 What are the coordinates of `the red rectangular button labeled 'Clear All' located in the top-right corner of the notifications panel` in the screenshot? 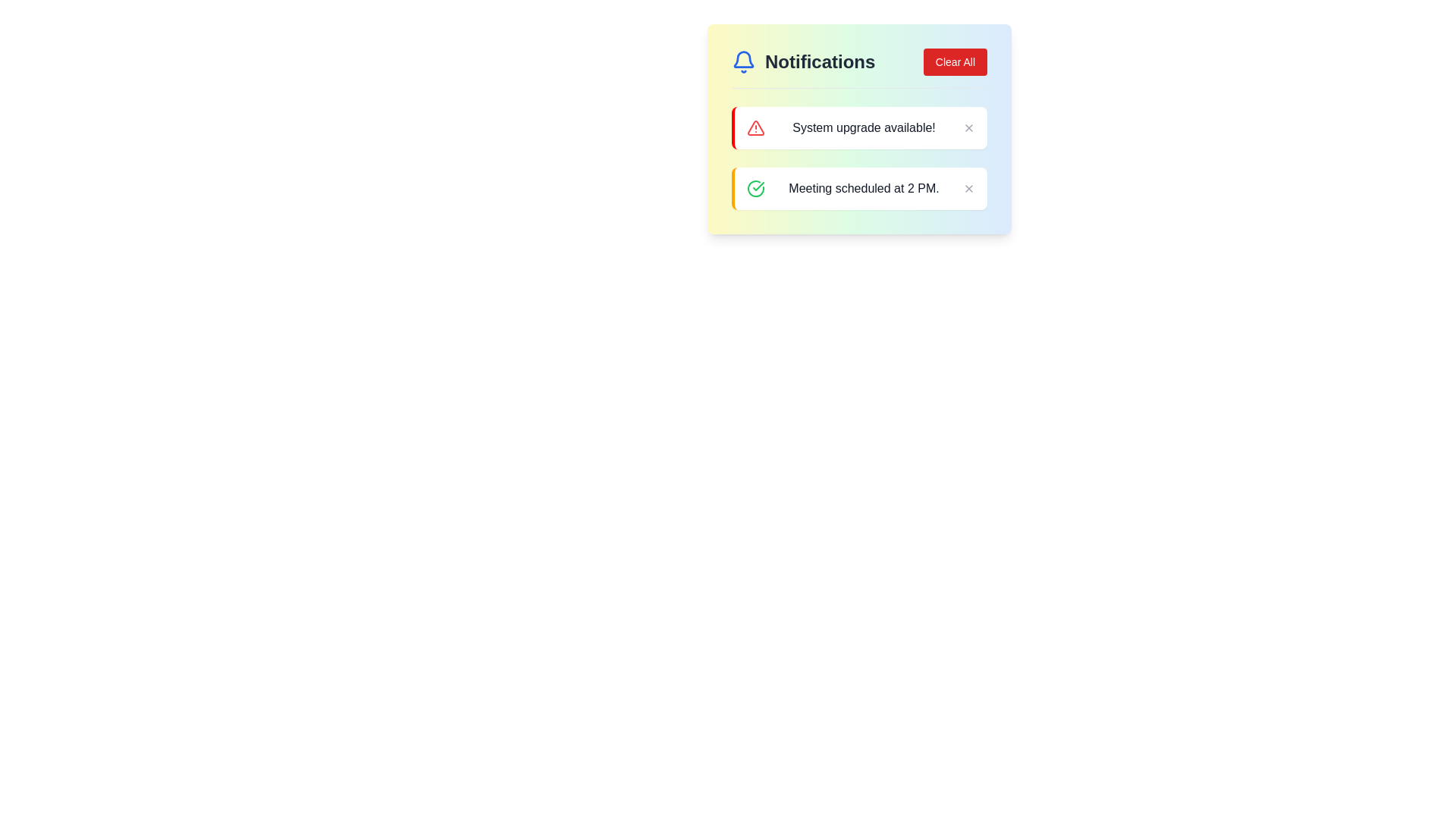 It's located at (954, 61).